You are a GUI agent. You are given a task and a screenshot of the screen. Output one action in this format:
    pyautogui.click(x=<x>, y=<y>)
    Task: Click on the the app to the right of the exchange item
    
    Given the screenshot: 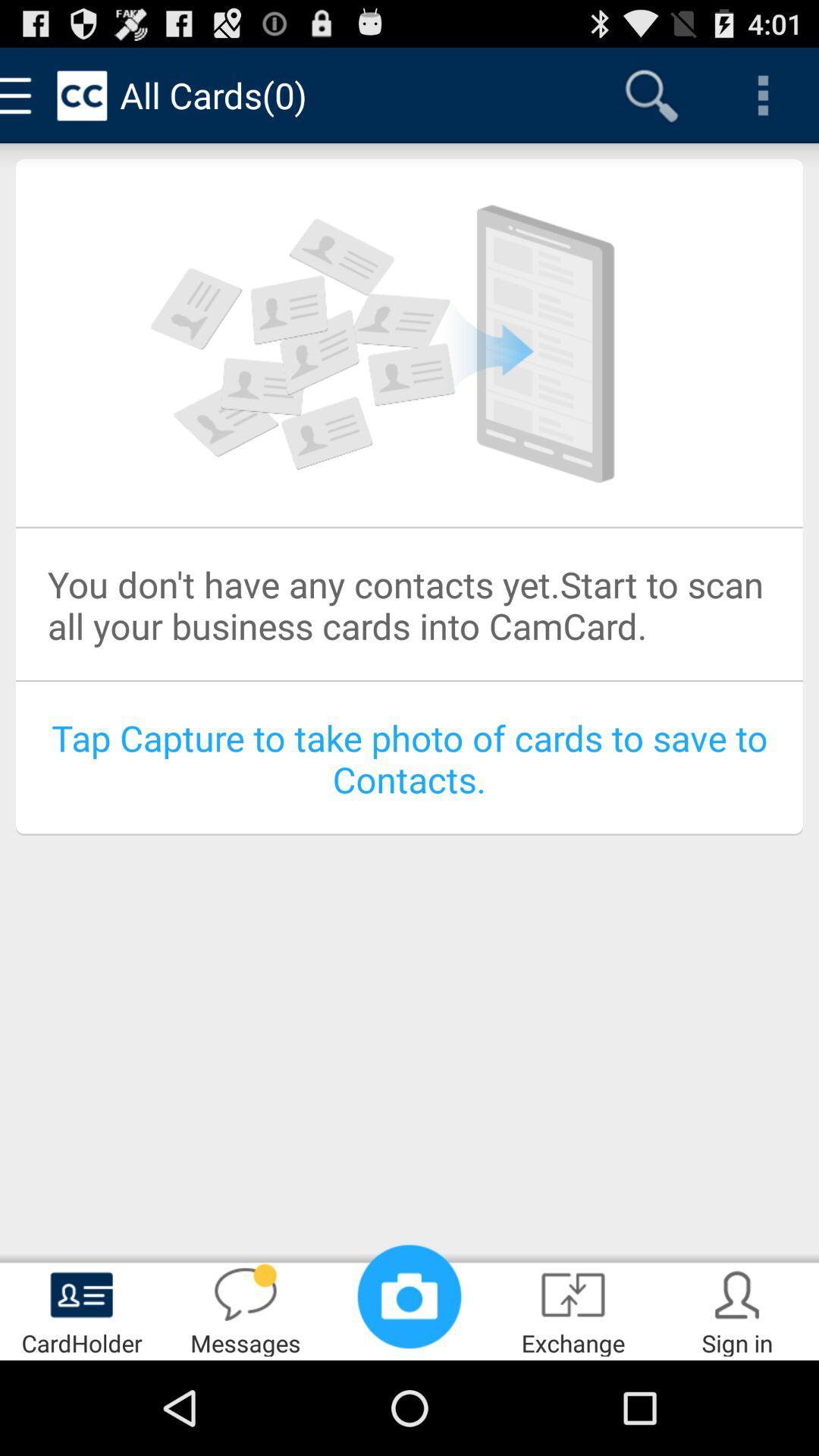 What is the action you would take?
    pyautogui.click(x=736, y=1309)
    